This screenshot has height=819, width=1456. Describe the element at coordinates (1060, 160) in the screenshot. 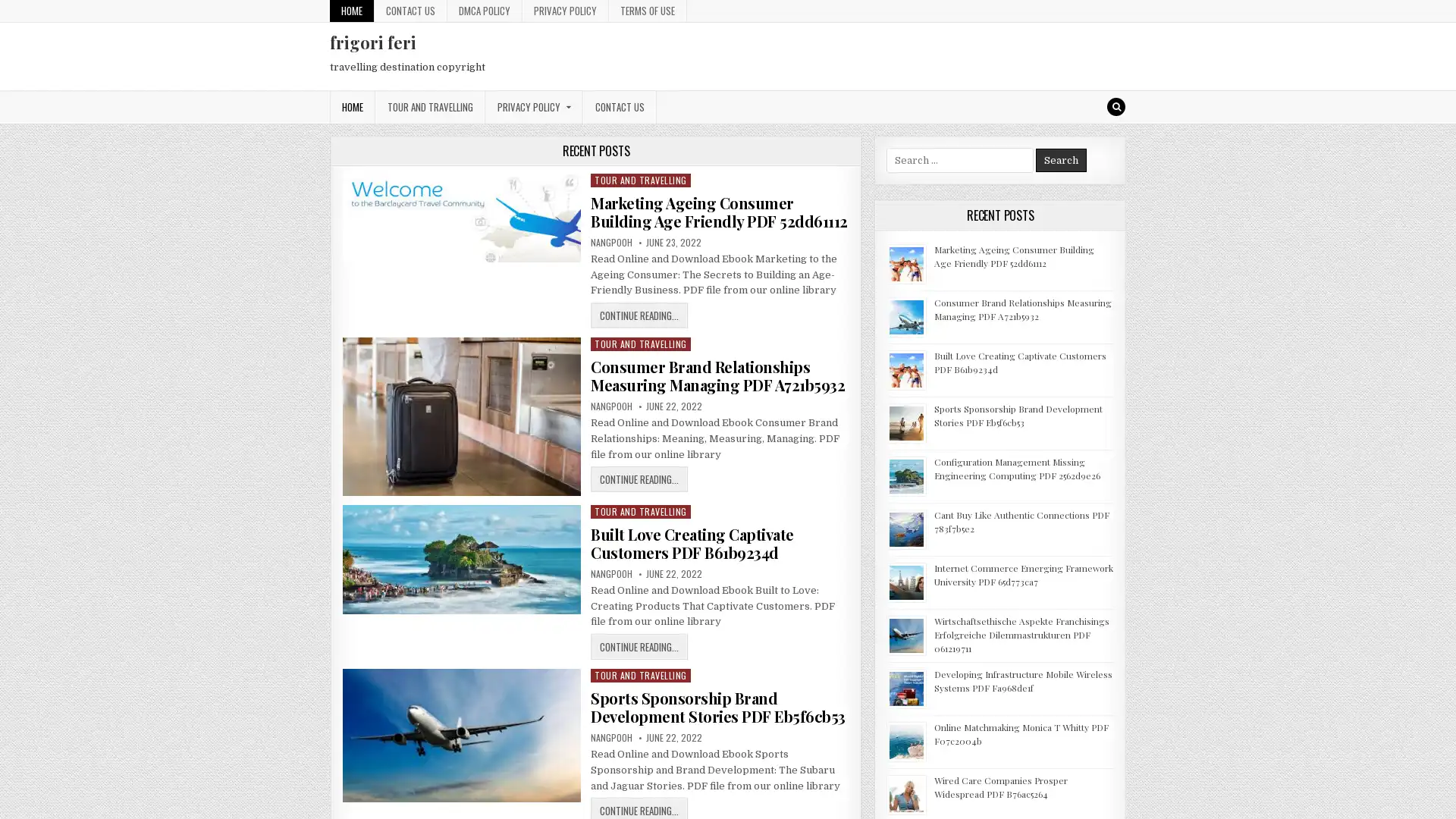

I see `Search` at that location.